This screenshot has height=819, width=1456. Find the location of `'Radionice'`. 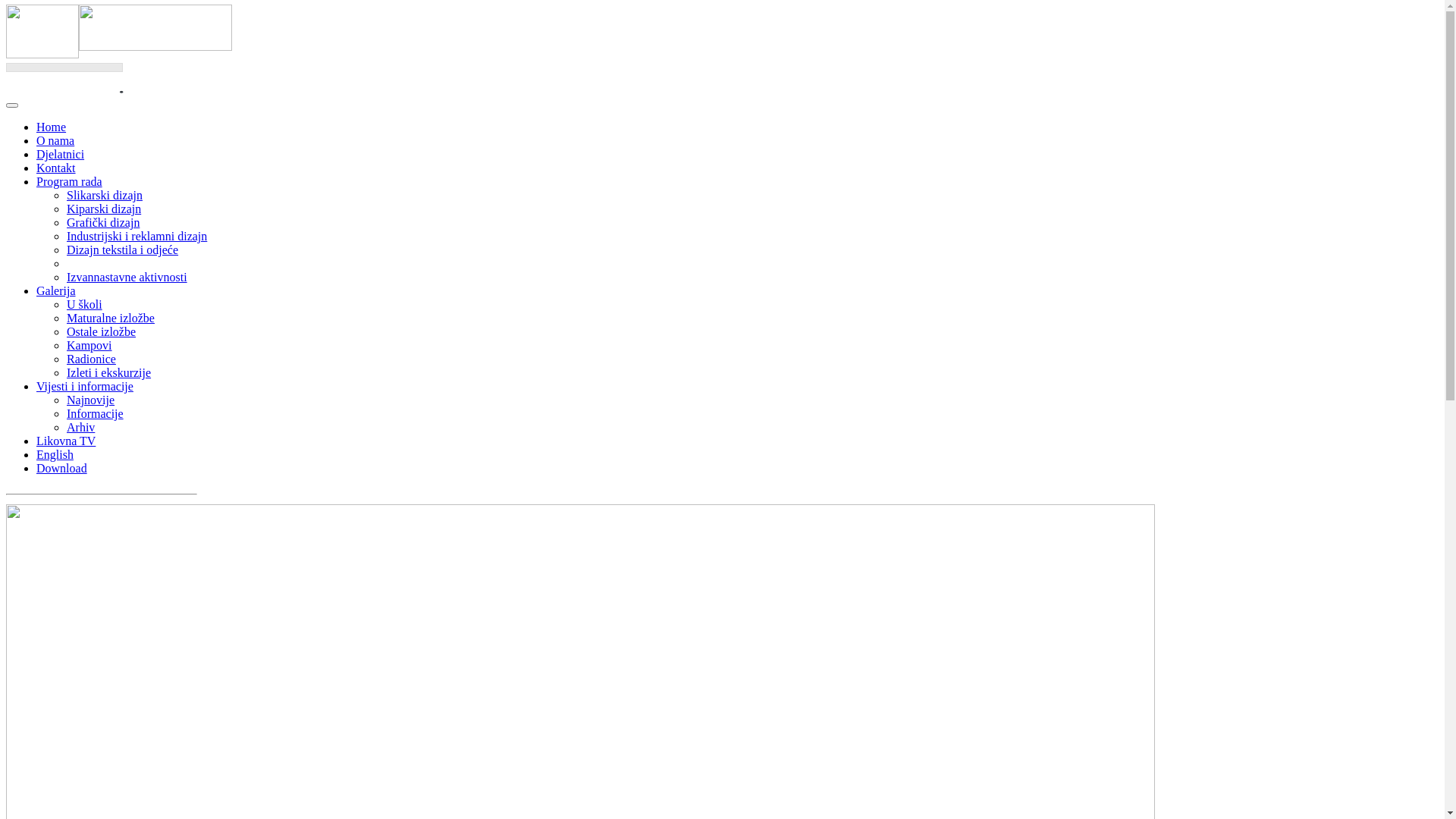

'Radionice' is located at coordinates (90, 359).